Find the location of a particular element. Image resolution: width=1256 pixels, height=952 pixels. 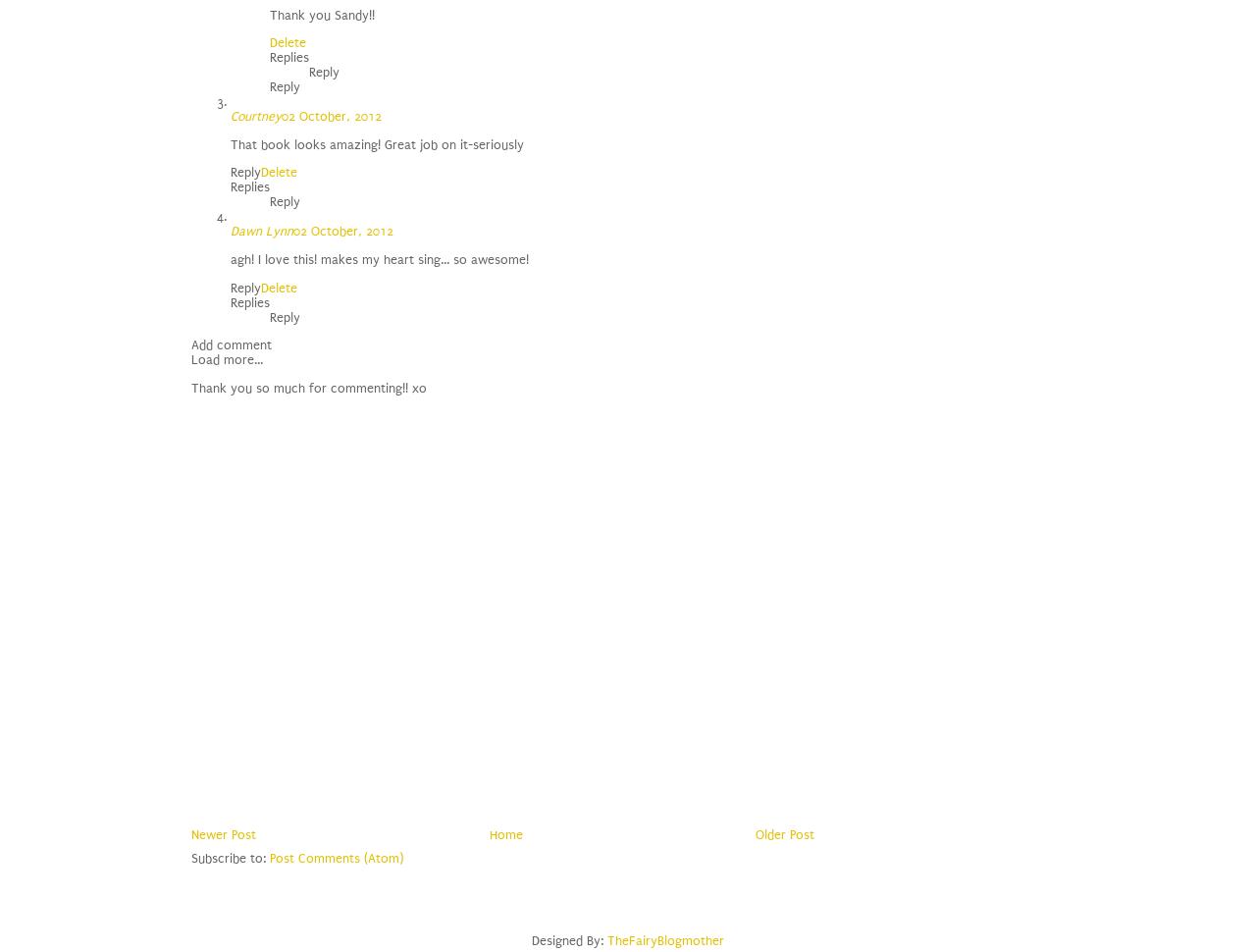

'Courtney' is located at coordinates (254, 116).